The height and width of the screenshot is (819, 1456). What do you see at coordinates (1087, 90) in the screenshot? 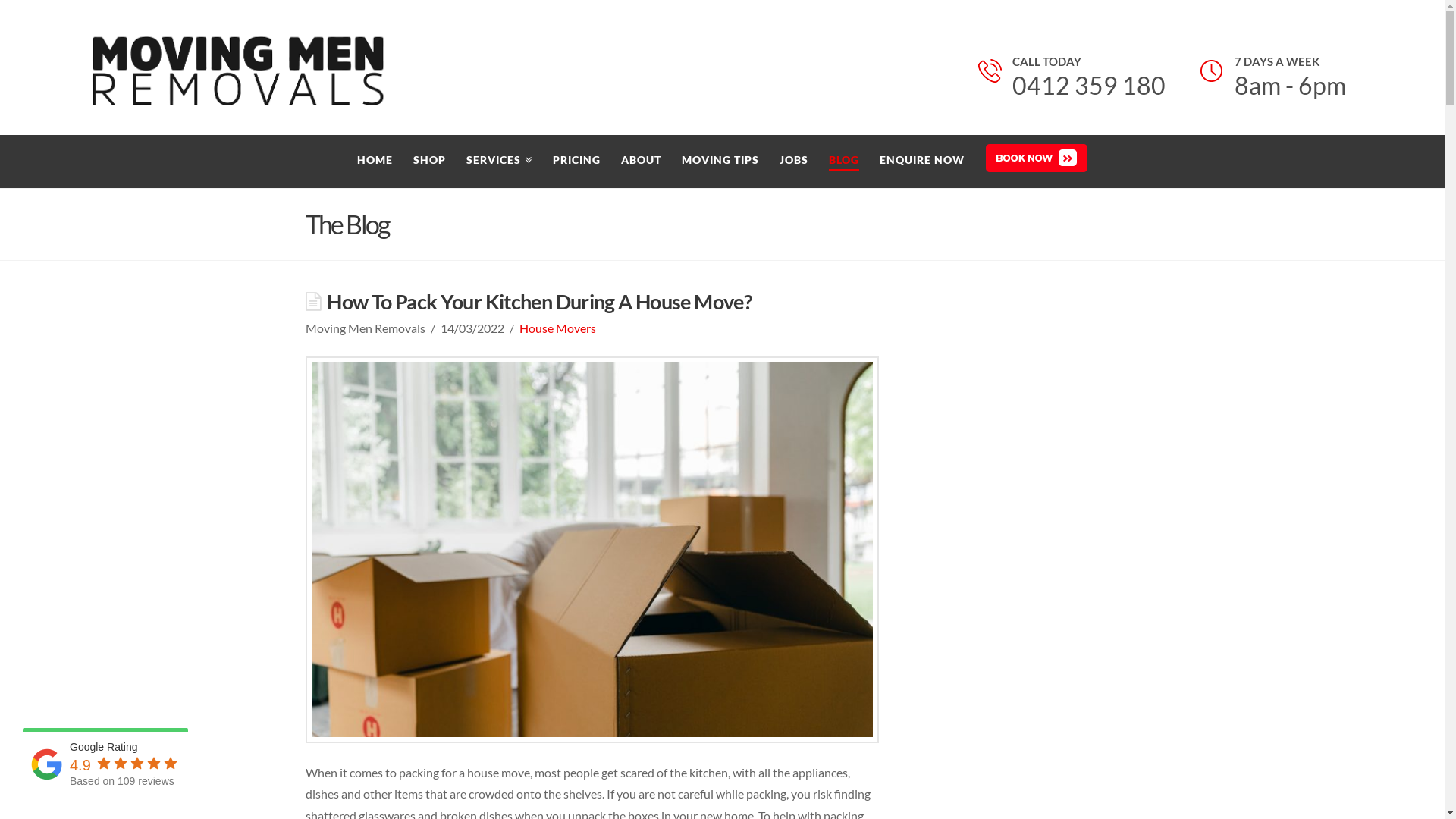
I see `'0412 359 180'` at bounding box center [1087, 90].